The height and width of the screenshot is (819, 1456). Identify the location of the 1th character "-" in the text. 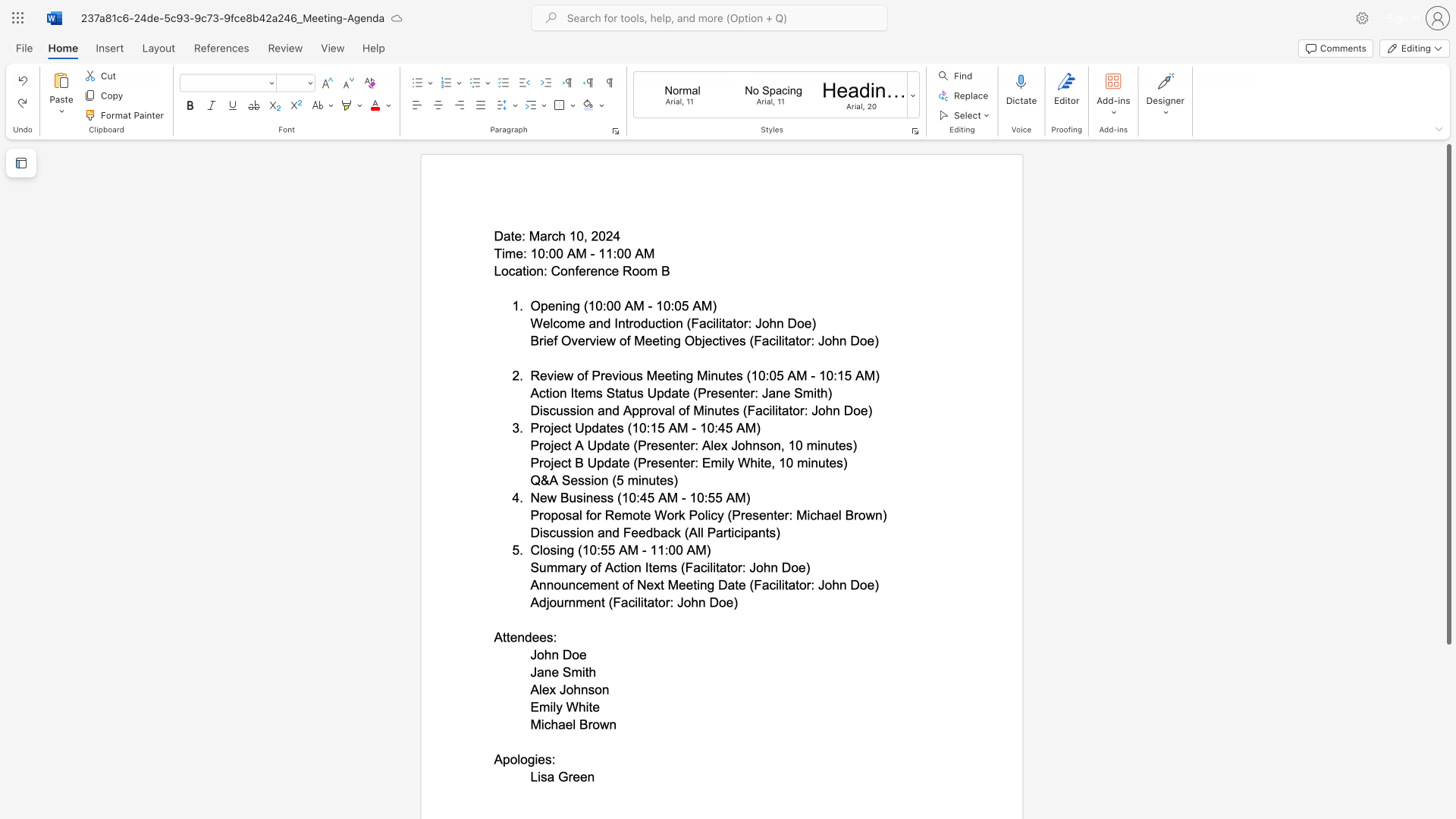
(591, 253).